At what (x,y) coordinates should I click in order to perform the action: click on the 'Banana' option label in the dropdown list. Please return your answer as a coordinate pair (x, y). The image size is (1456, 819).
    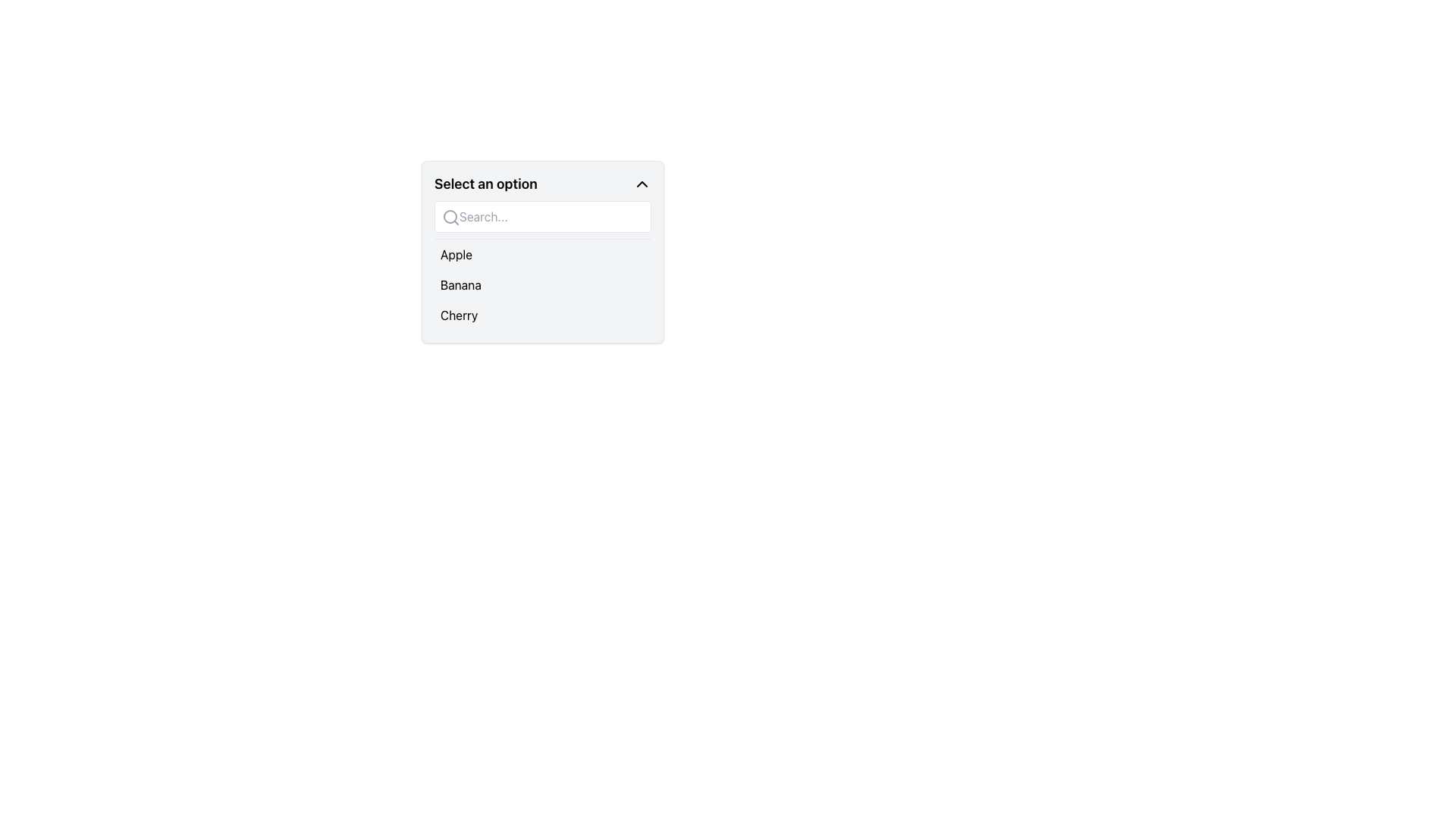
    Looking at the image, I should click on (460, 284).